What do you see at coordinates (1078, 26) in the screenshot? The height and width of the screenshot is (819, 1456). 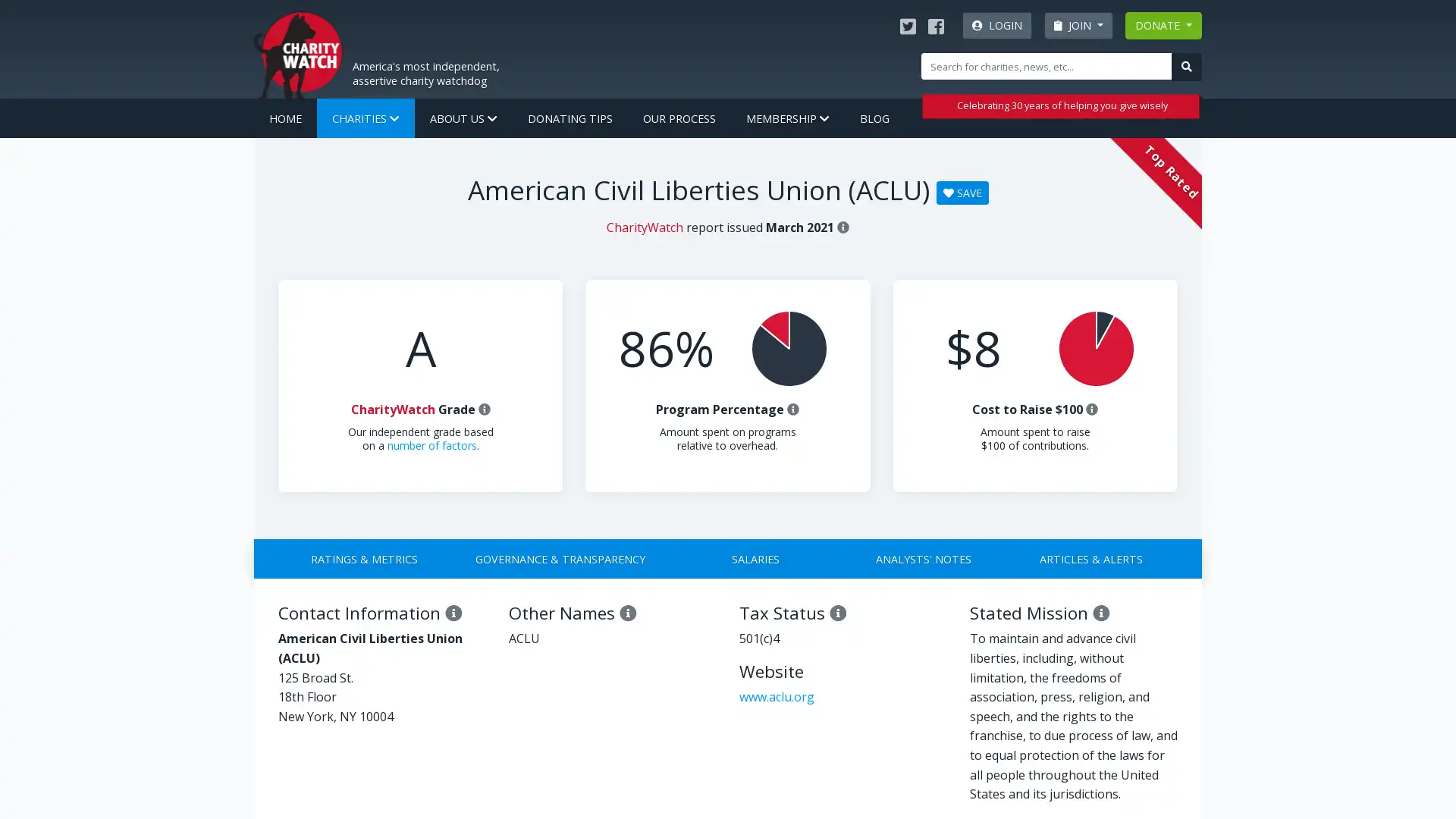 I see `JOIN` at bounding box center [1078, 26].